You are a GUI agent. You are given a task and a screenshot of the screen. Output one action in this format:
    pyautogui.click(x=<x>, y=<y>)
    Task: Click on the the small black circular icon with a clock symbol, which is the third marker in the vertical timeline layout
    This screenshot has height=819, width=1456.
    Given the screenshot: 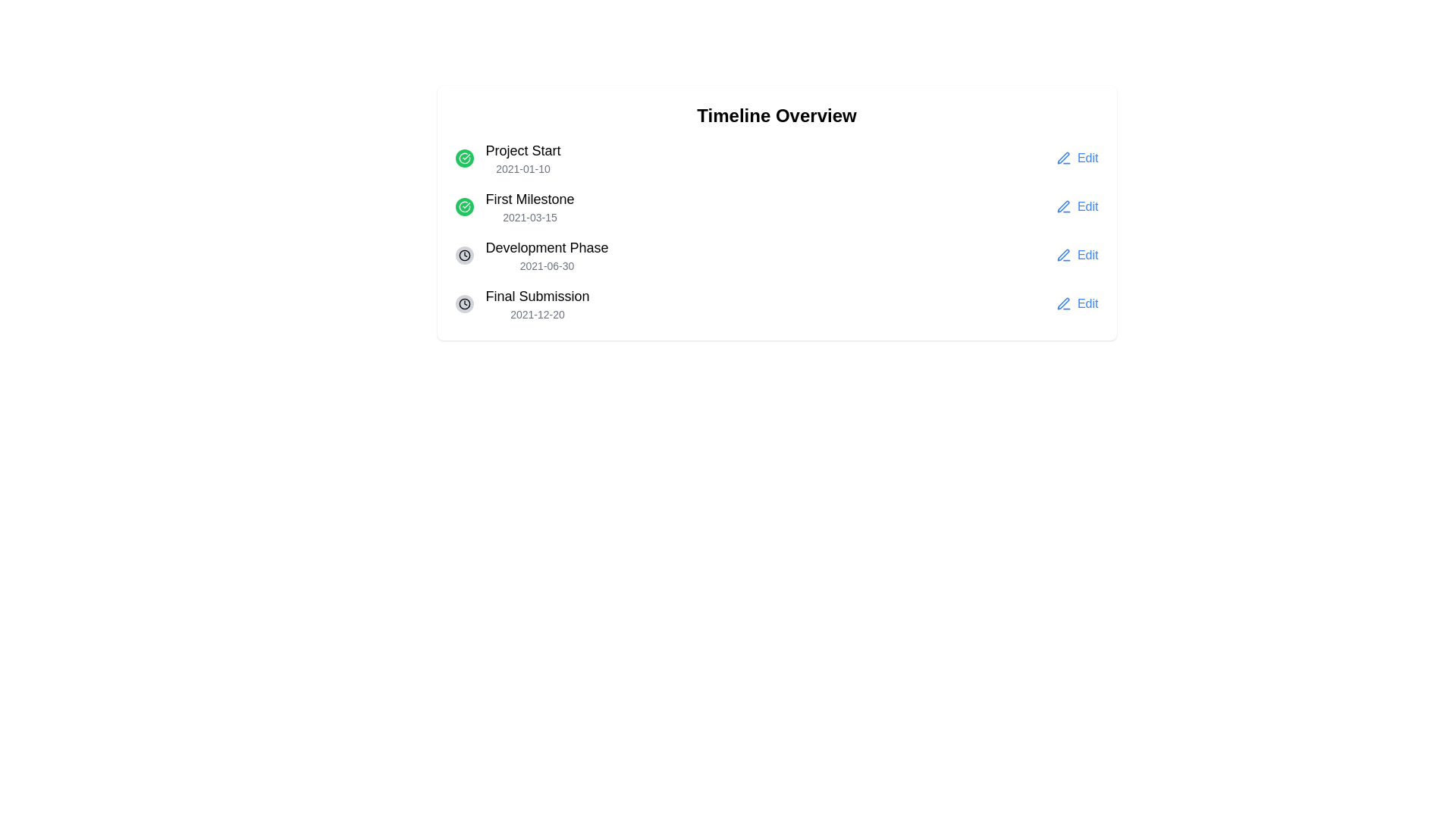 What is the action you would take?
    pyautogui.click(x=463, y=304)
    